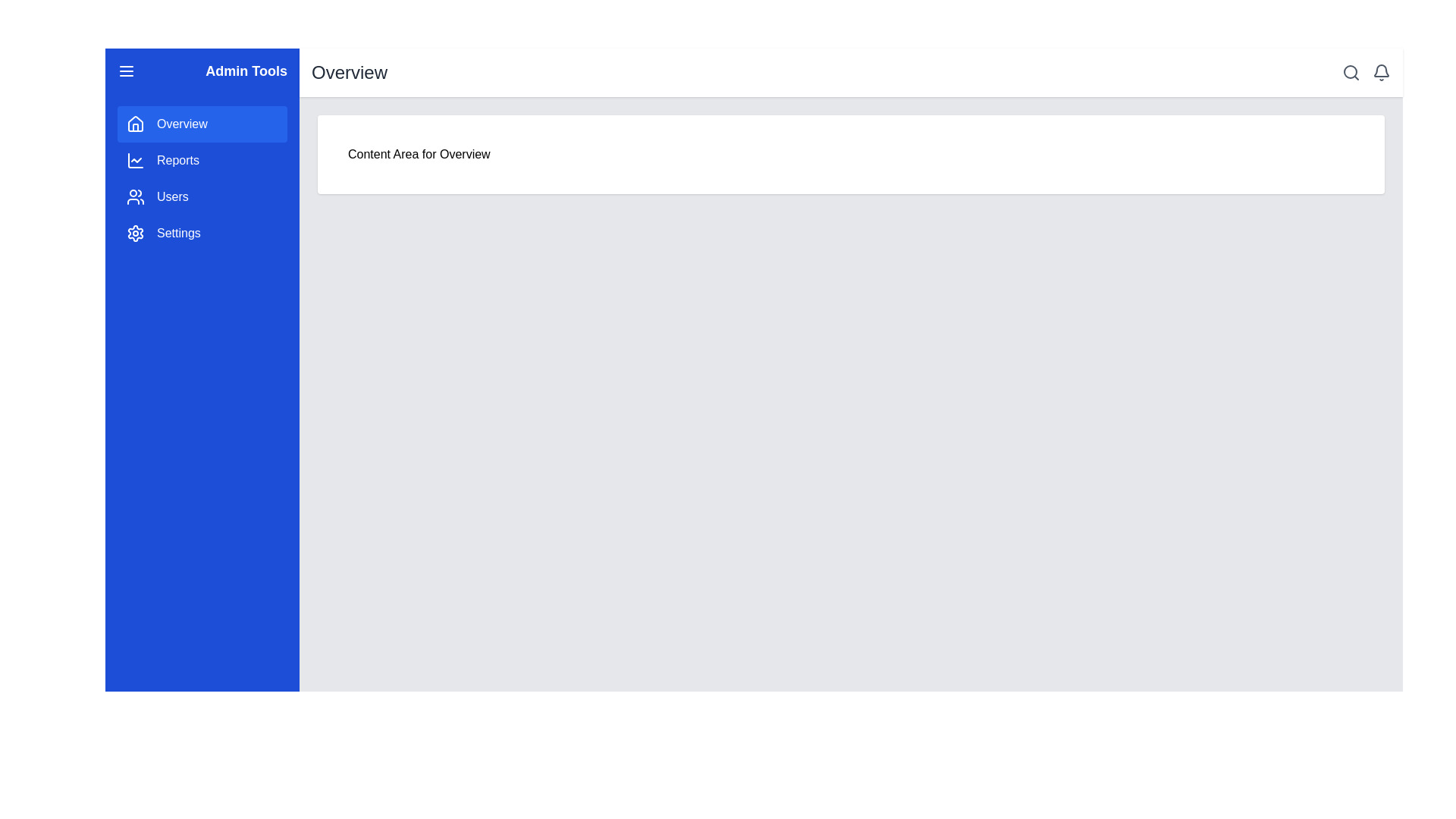  Describe the element at coordinates (135, 161) in the screenshot. I see `the line chart icon located in the 'Reports' entry of the left-side navigation menu, which is directly to the left of the 'Reports' label` at that location.